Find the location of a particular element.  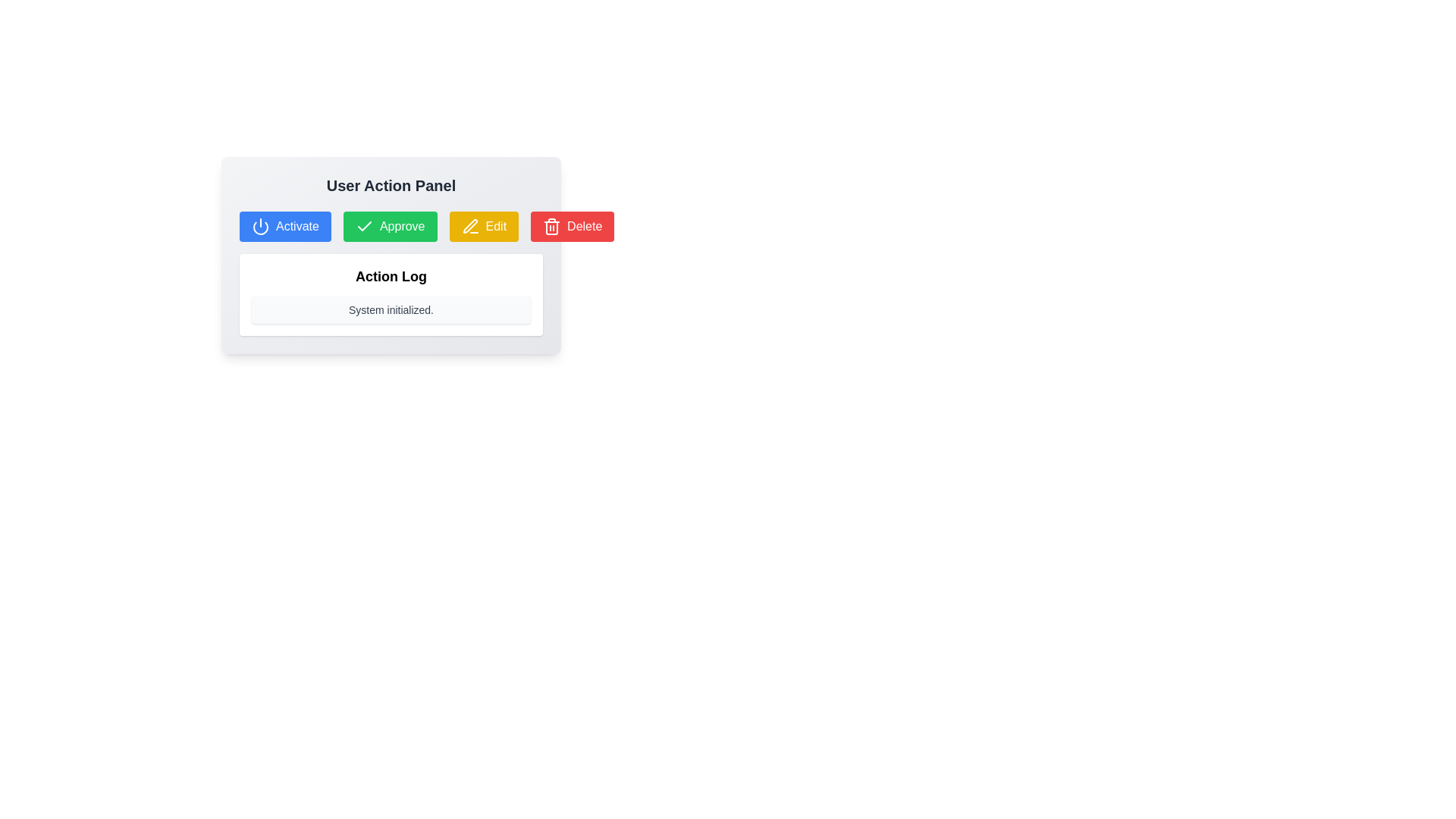

the checkmark icon with a green background located inside the 'Approve' button in the 'User Action Panel' is located at coordinates (364, 227).